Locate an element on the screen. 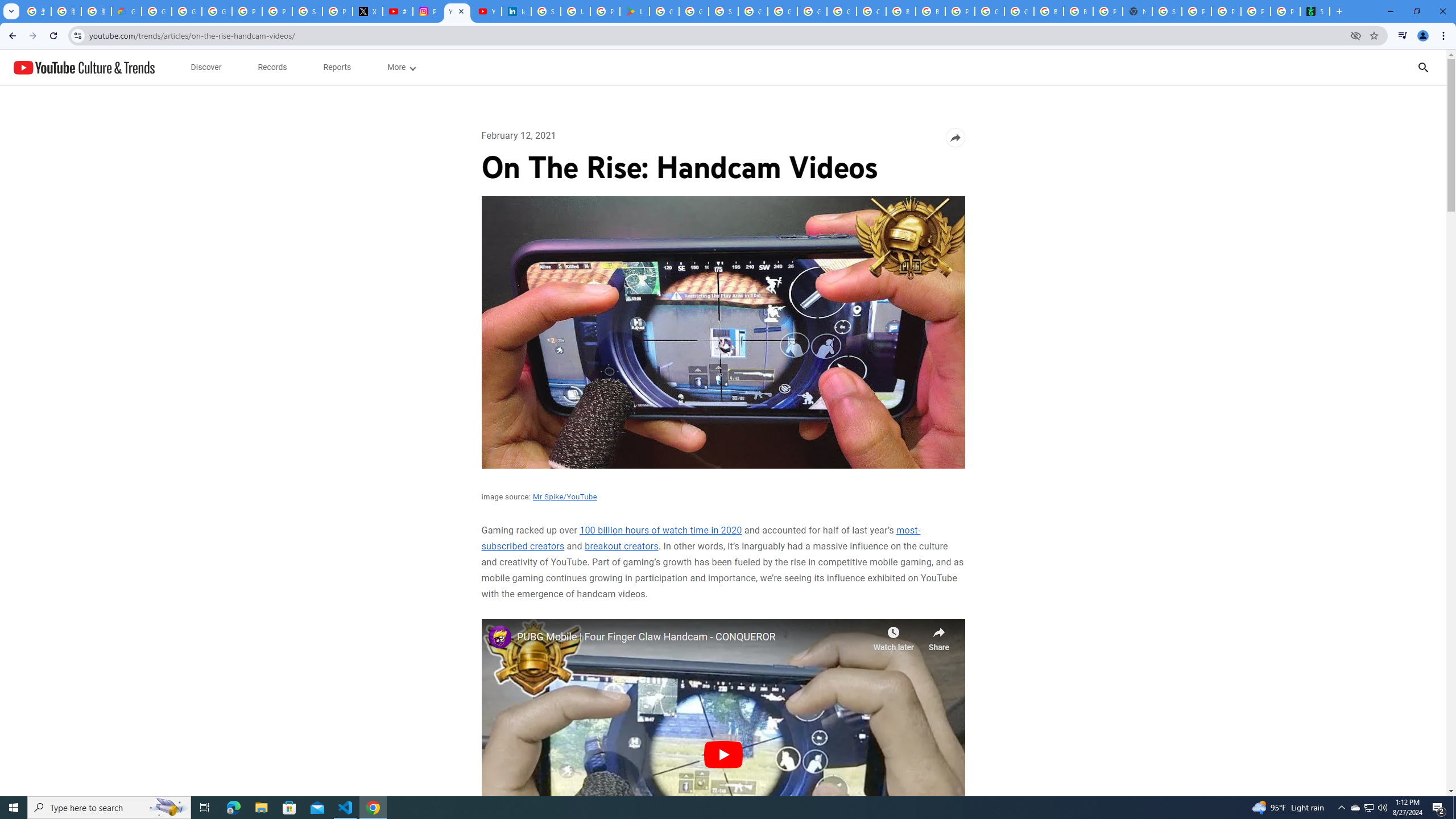 Image resolution: width=1456 pixels, height=819 pixels. 'subnav-More menupopup' is located at coordinates (401, 67).